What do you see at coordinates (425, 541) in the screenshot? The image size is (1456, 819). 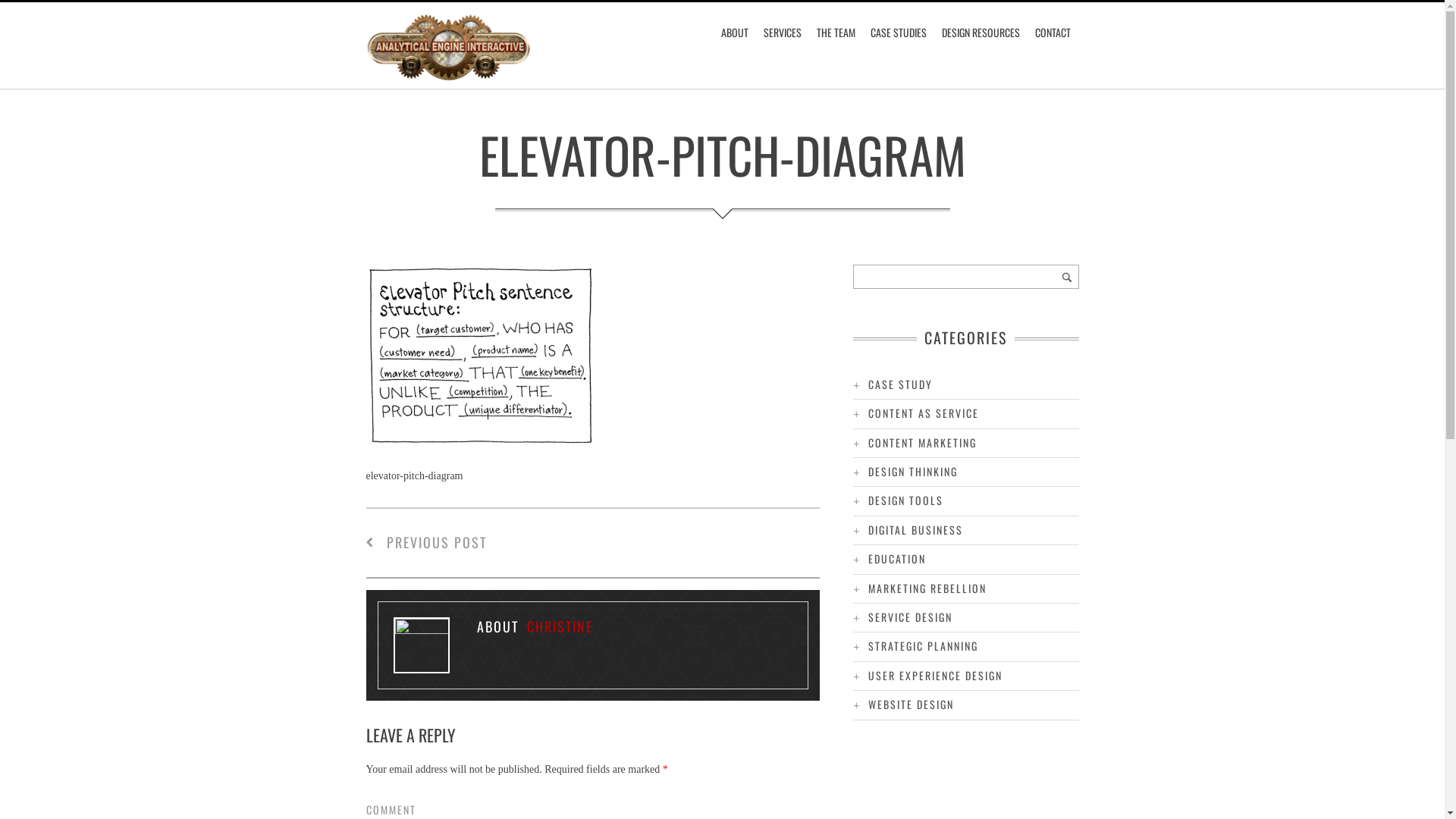 I see `'PREVIOUS POST'` at bounding box center [425, 541].